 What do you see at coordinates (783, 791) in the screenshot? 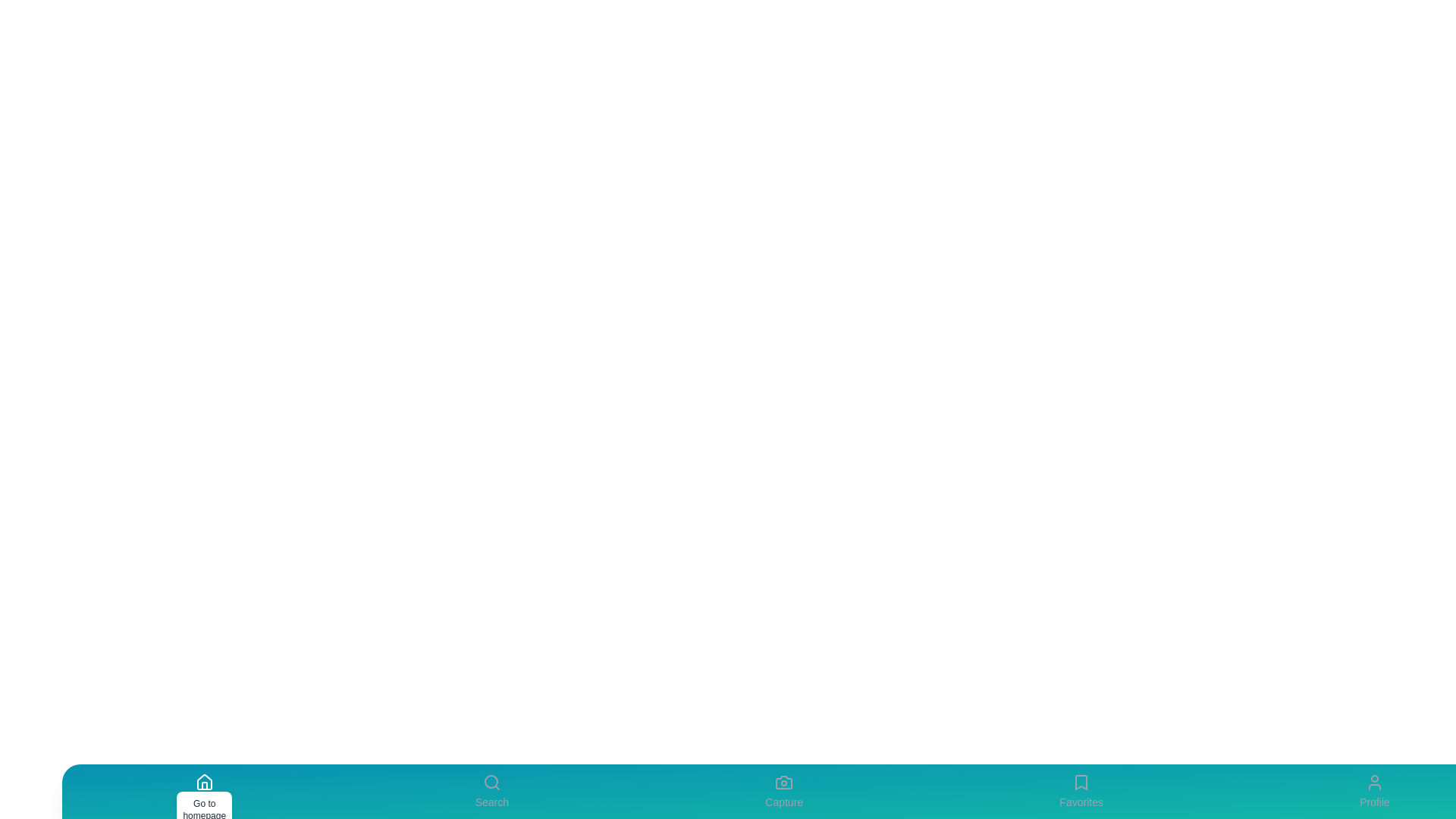
I see `the Capture tab to navigate to its section` at bounding box center [783, 791].